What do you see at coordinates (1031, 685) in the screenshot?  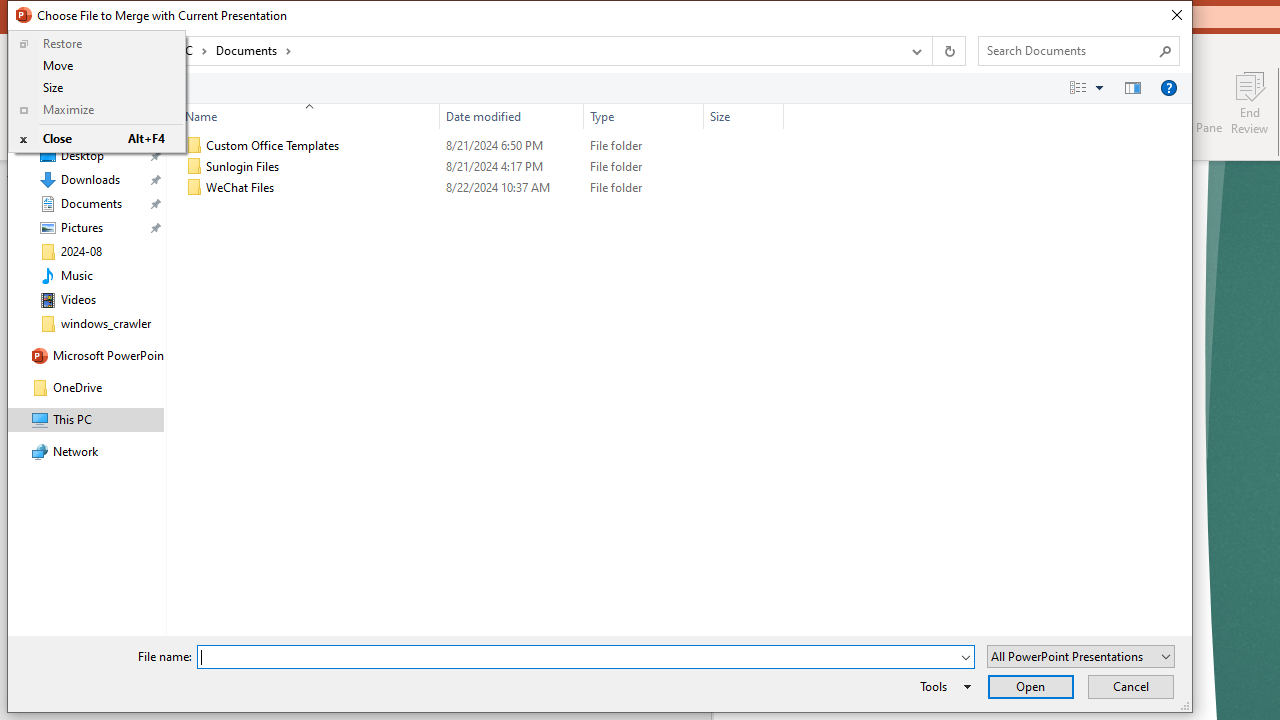 I see `'Open'` at bounding box center [1031, 685].